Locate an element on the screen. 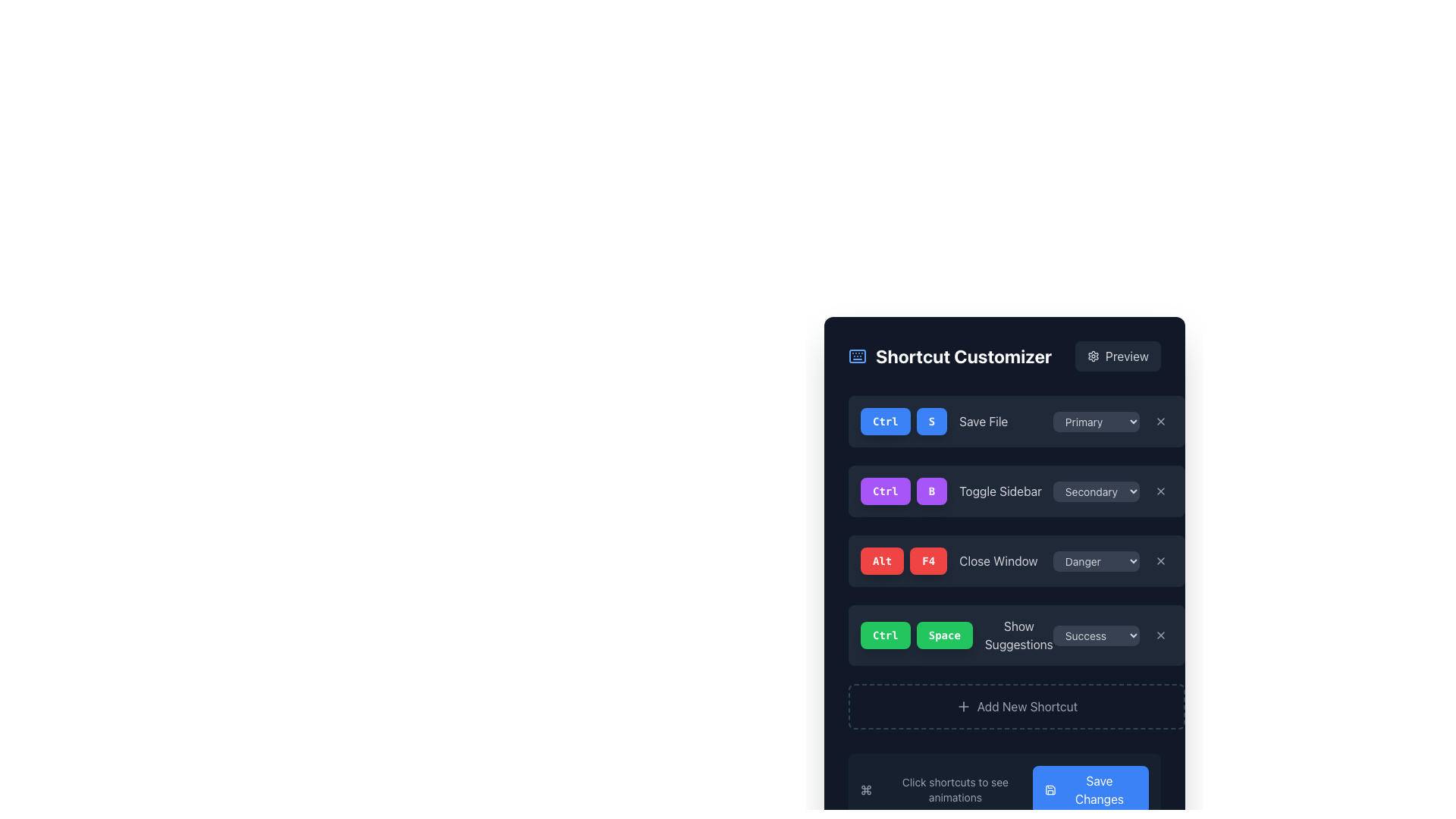 Image resolution: width=1456 pixels, height=819 pixels. the Non-interactive label group containing the 'Ctrl' and 'Space' buttons in the Shortcut Customizer interface is located at coordinates (916, 635).